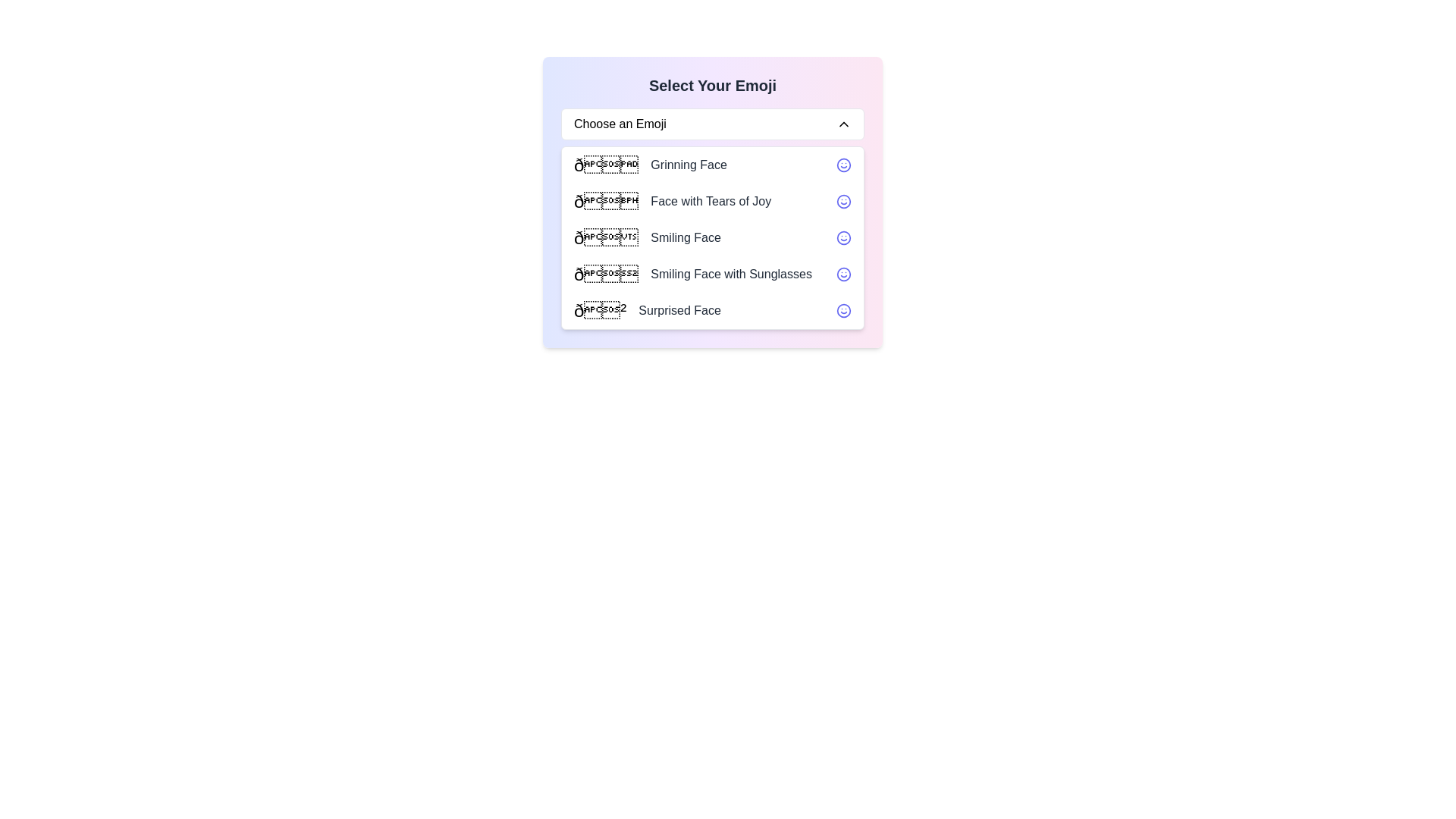 Image resolution: width=1456 pixels, height=819 pixels. I want to click on the circular smiley face icon with a blue outline, representing the 'Face with Tears of Joy' emoji, located on the far right side of the dropdown component, so click(843, 201).